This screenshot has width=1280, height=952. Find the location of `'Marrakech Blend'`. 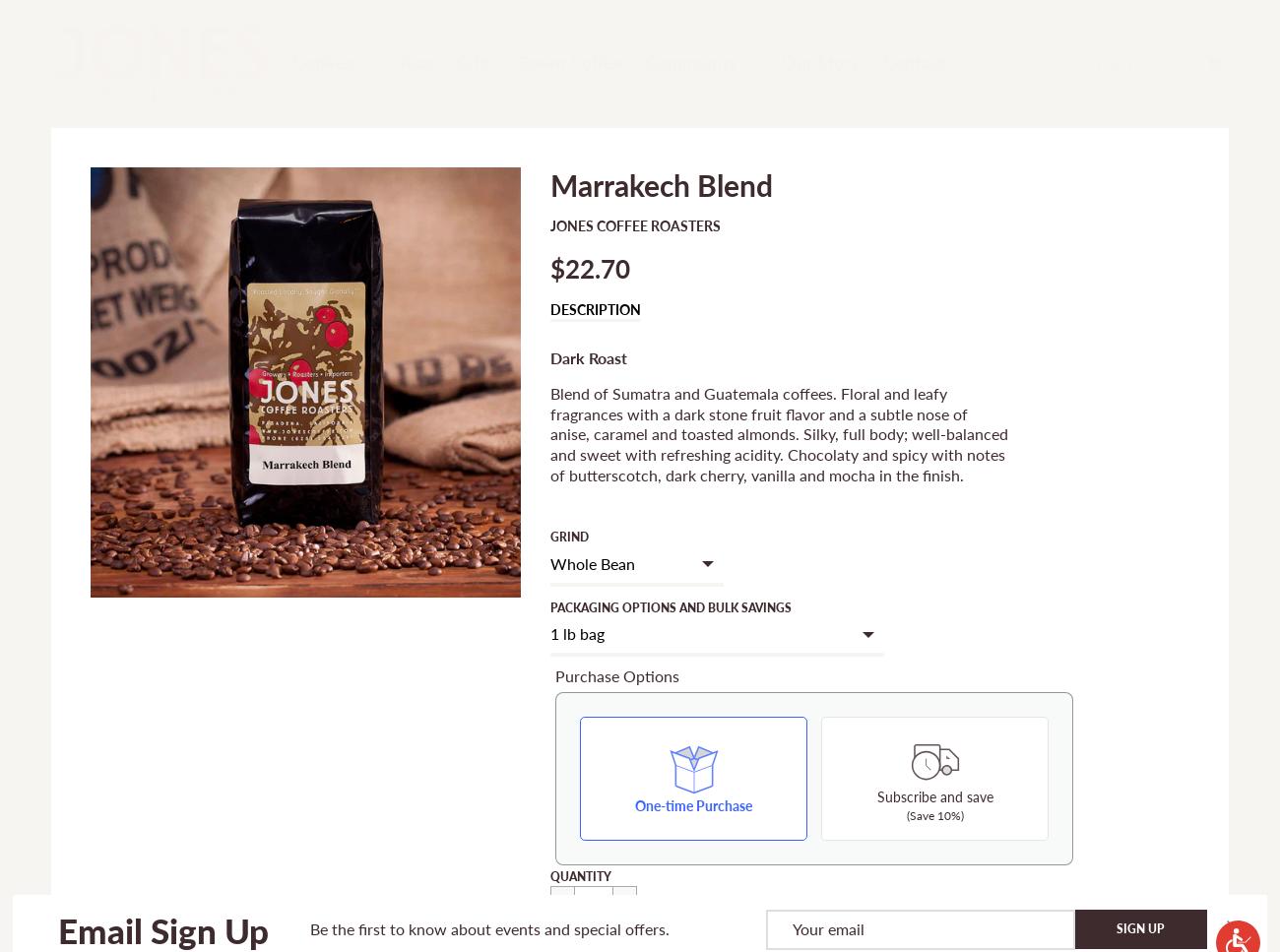

'Marrakech Blend' is located at coordinates (549, 183).